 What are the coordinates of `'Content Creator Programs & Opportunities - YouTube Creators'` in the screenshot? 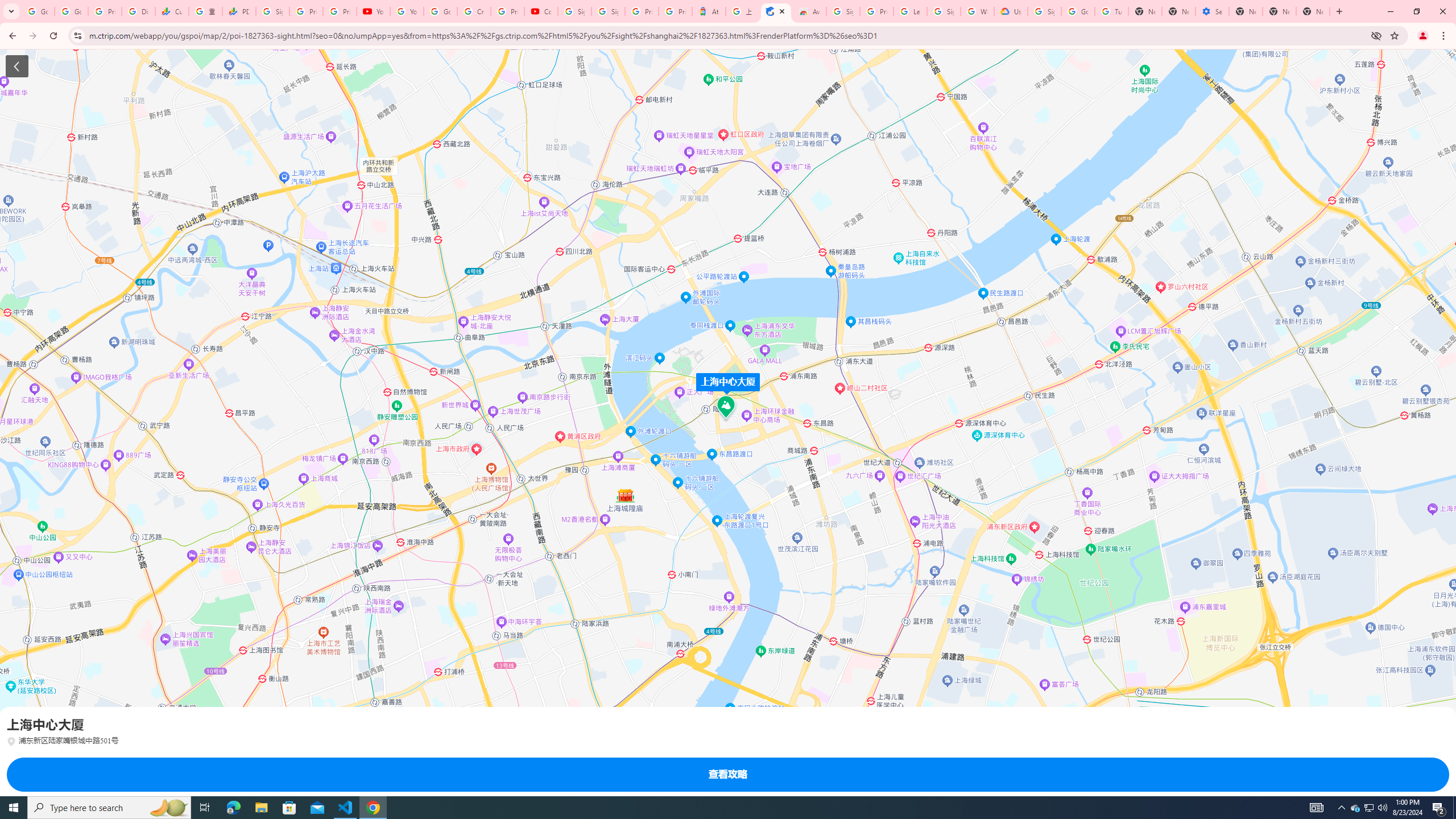 It's located at (541, 11).